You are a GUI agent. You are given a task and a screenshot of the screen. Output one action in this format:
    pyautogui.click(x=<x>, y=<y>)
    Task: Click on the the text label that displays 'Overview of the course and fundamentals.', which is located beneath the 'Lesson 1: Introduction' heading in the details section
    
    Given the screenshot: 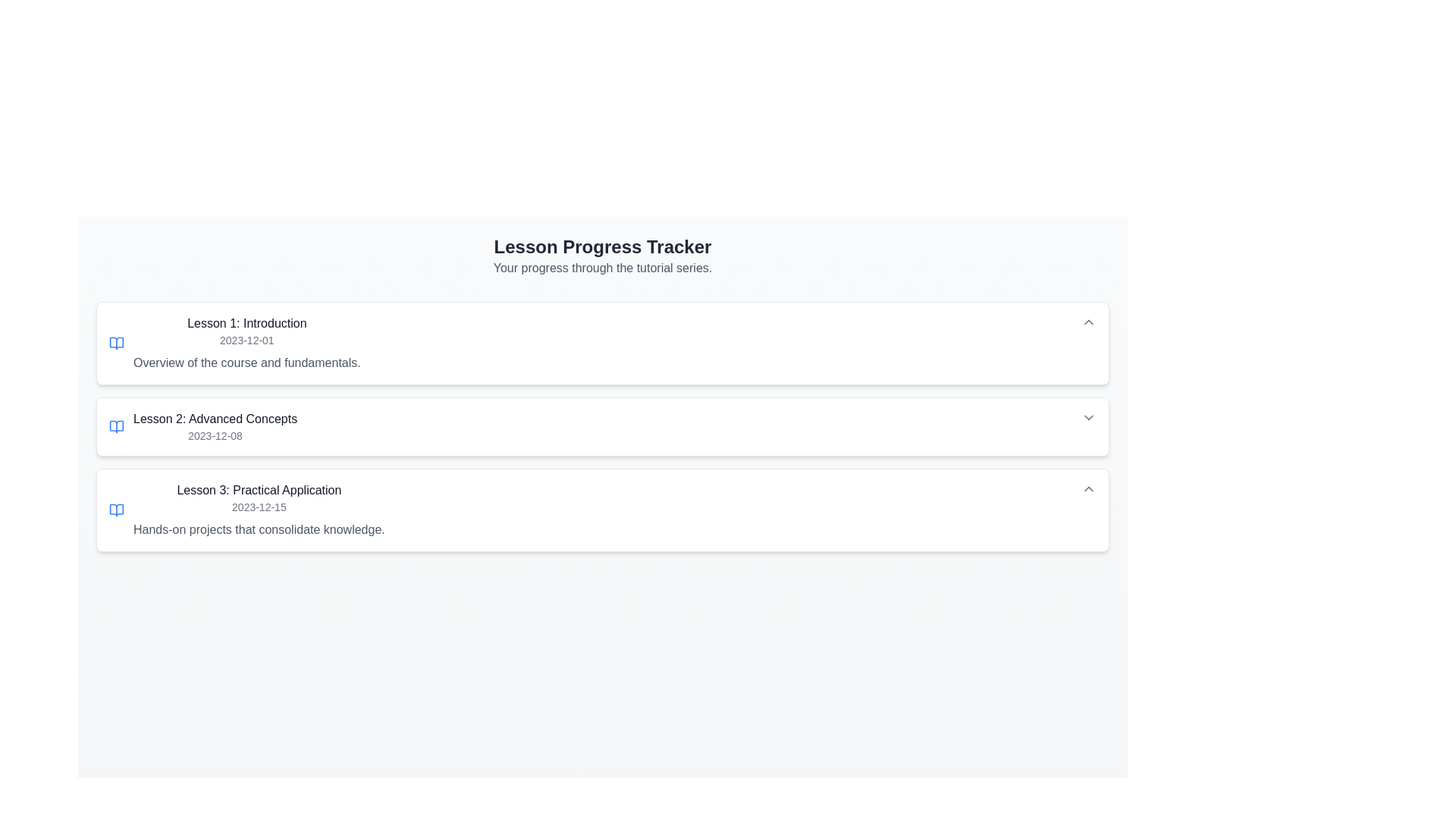 What is the action you would take?
    pyautogui.click(x=246, y=362)
    